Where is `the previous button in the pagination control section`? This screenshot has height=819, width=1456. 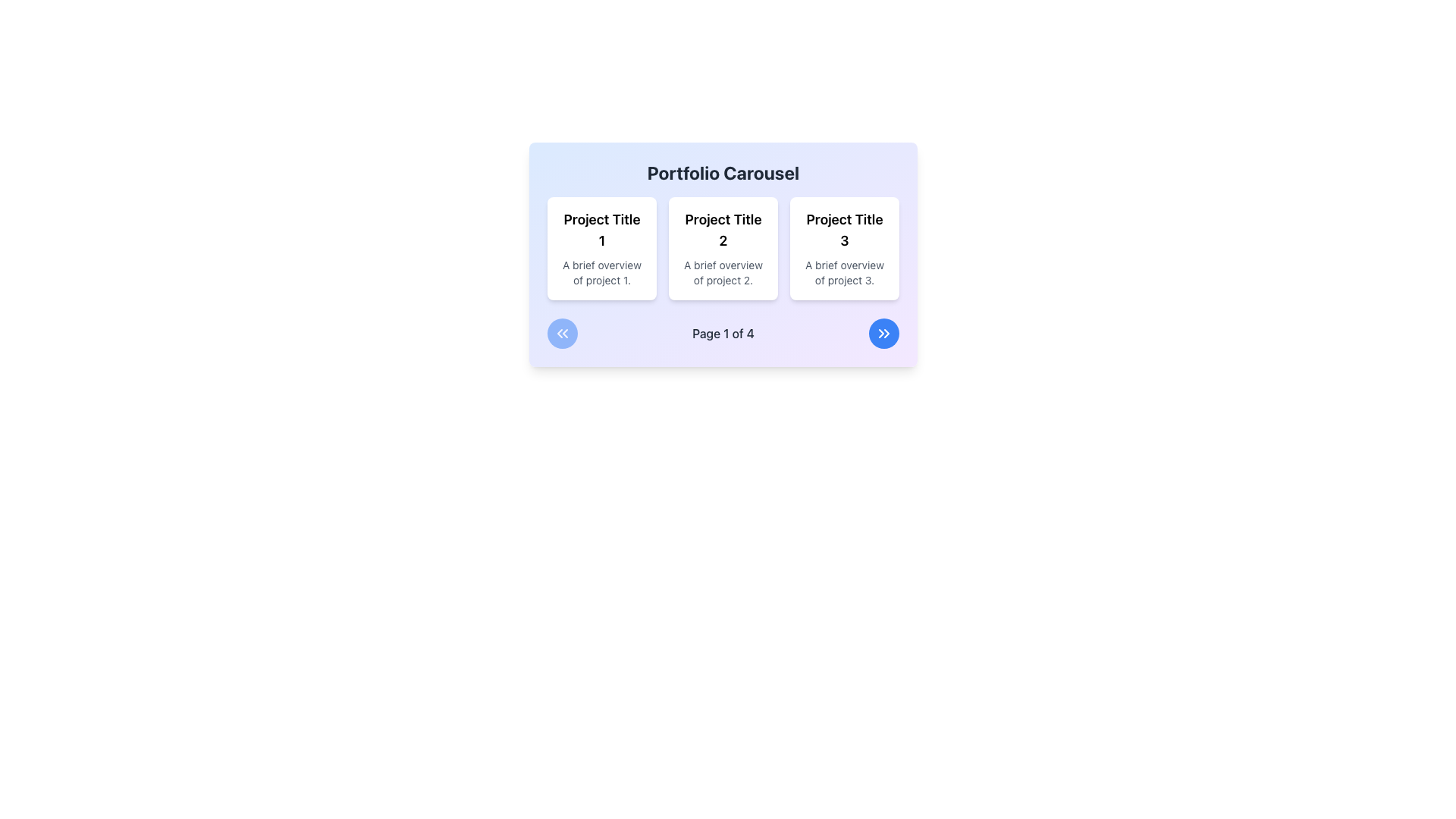 the previous button in the pagination control section is located at coordinates (562, 332).